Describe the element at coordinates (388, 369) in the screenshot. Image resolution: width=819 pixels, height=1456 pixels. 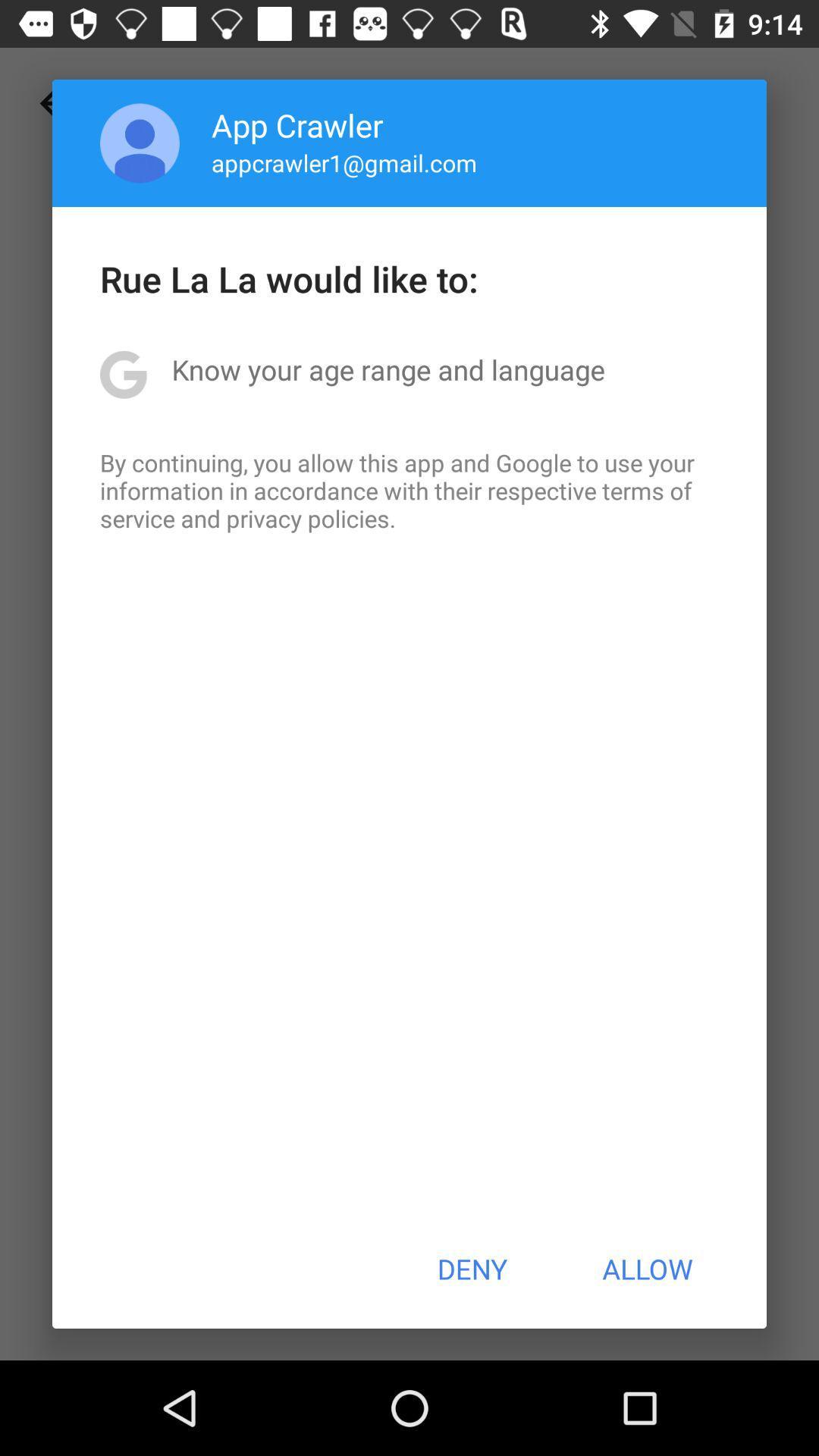
I see `the app below the rue la la app` at that location.